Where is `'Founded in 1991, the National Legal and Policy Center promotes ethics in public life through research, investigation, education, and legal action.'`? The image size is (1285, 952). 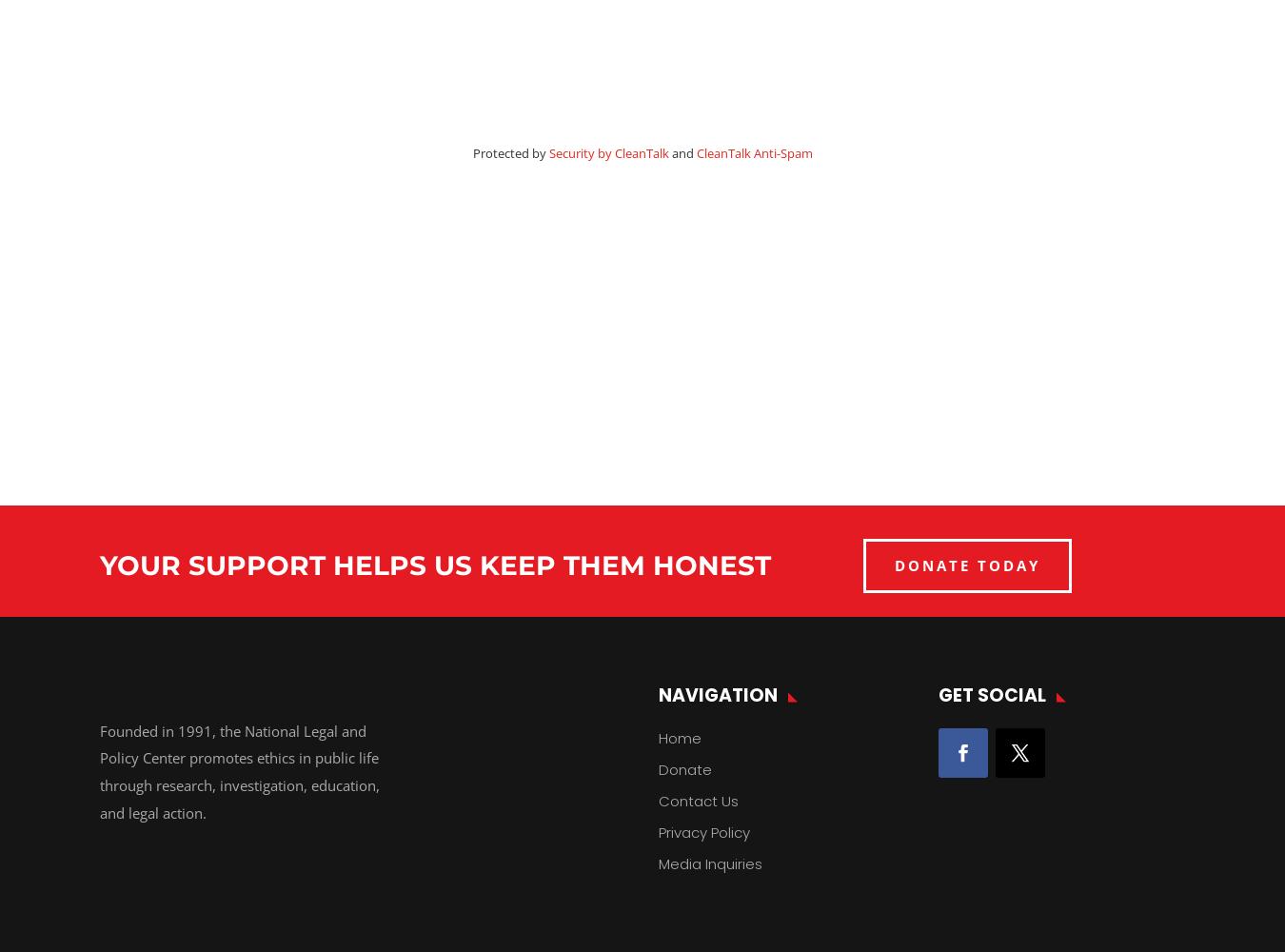
'Founded in 1991, the National Legal and Policy Center promotes ethics in public life through research, investigation, education, and legal action.' is located at coordinates (99, 771).